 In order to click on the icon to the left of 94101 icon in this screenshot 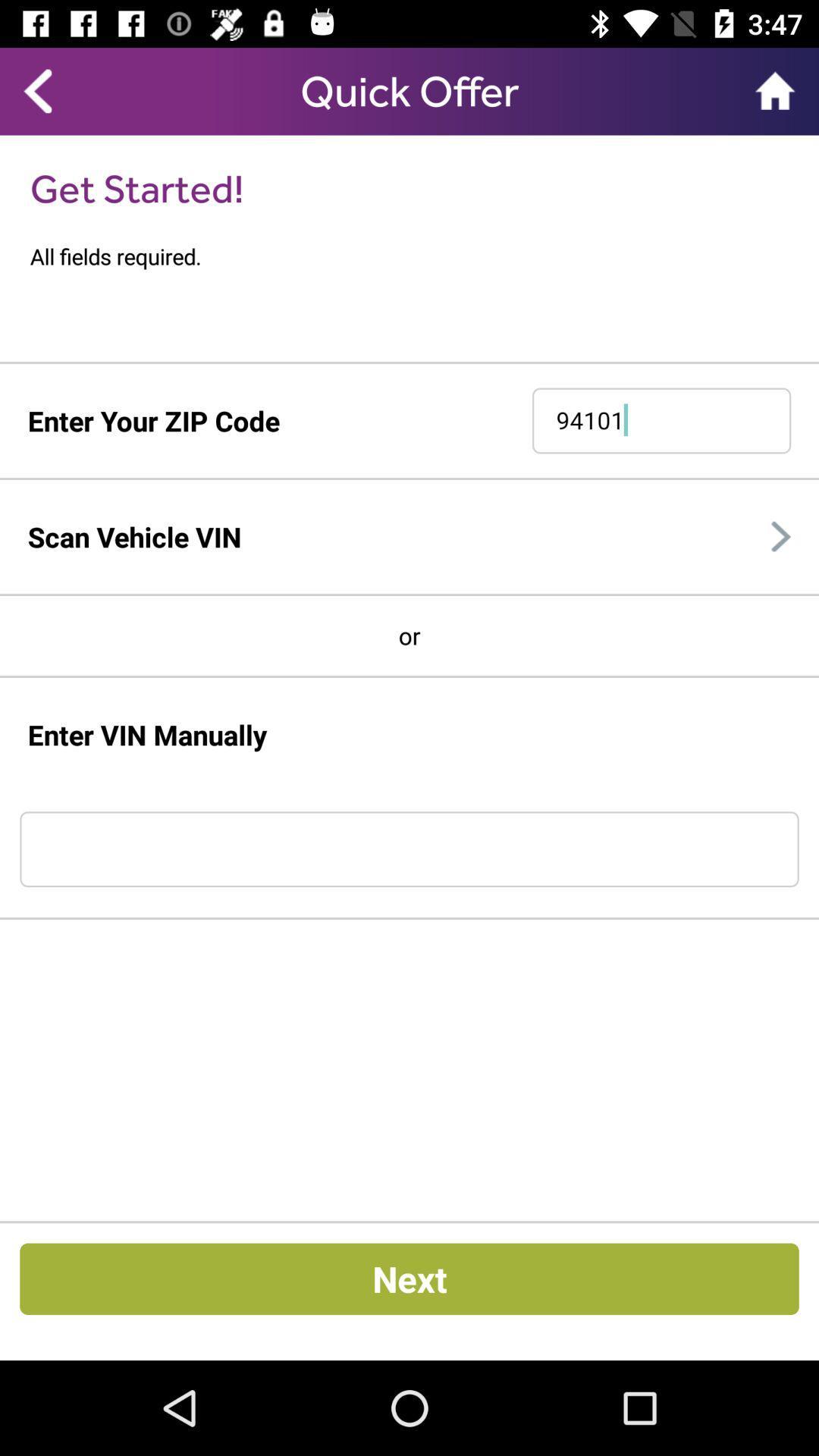, I will do `click(153, 421)`.